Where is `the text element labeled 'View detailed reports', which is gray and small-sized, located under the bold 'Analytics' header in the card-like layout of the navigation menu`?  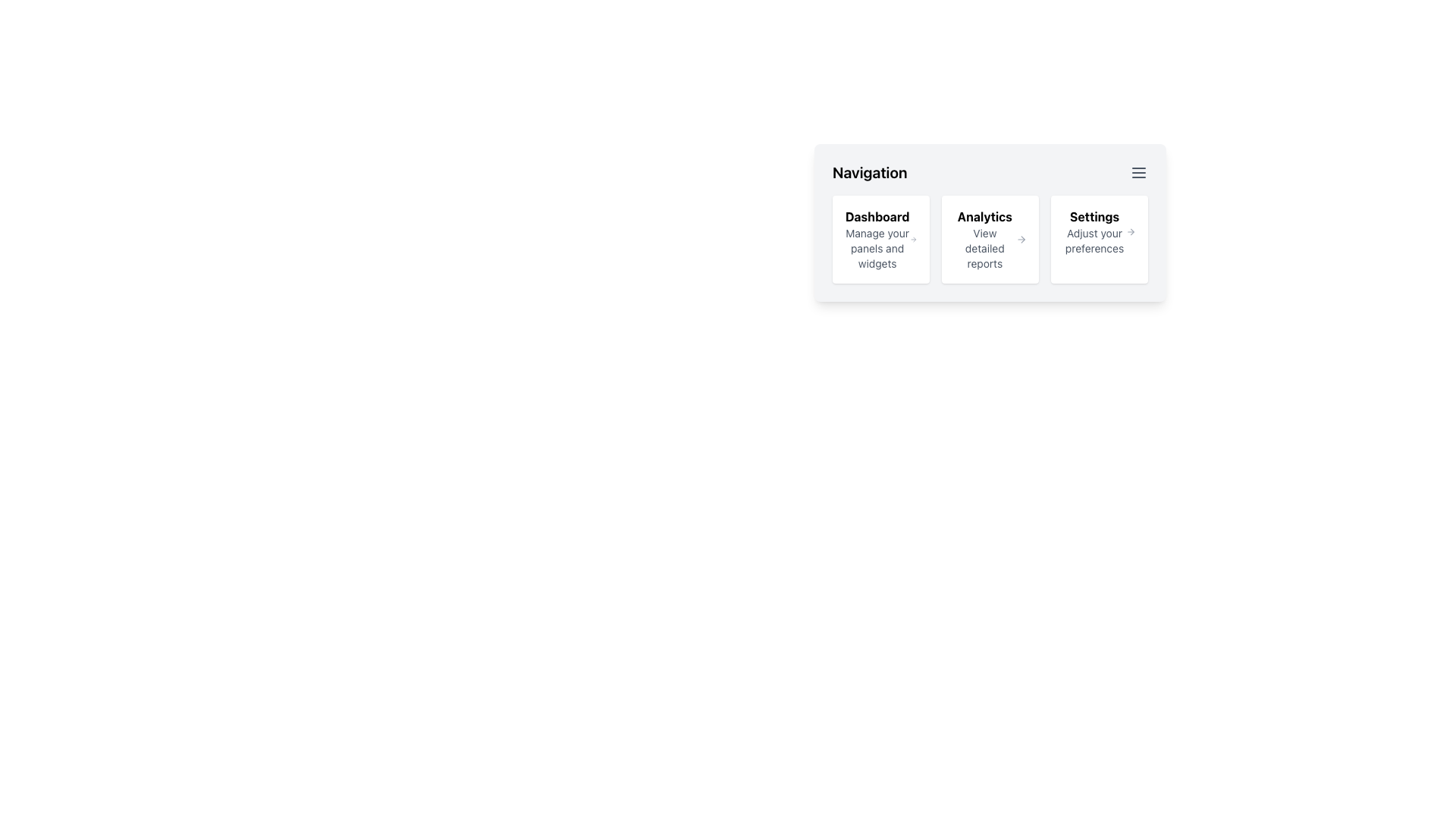
the text element labeled 'View detailed reports', which is gray and small-sized, located under the bold 'Analytics' header in the card-like layout of the navigation menu is located at coordinates (984, 247).